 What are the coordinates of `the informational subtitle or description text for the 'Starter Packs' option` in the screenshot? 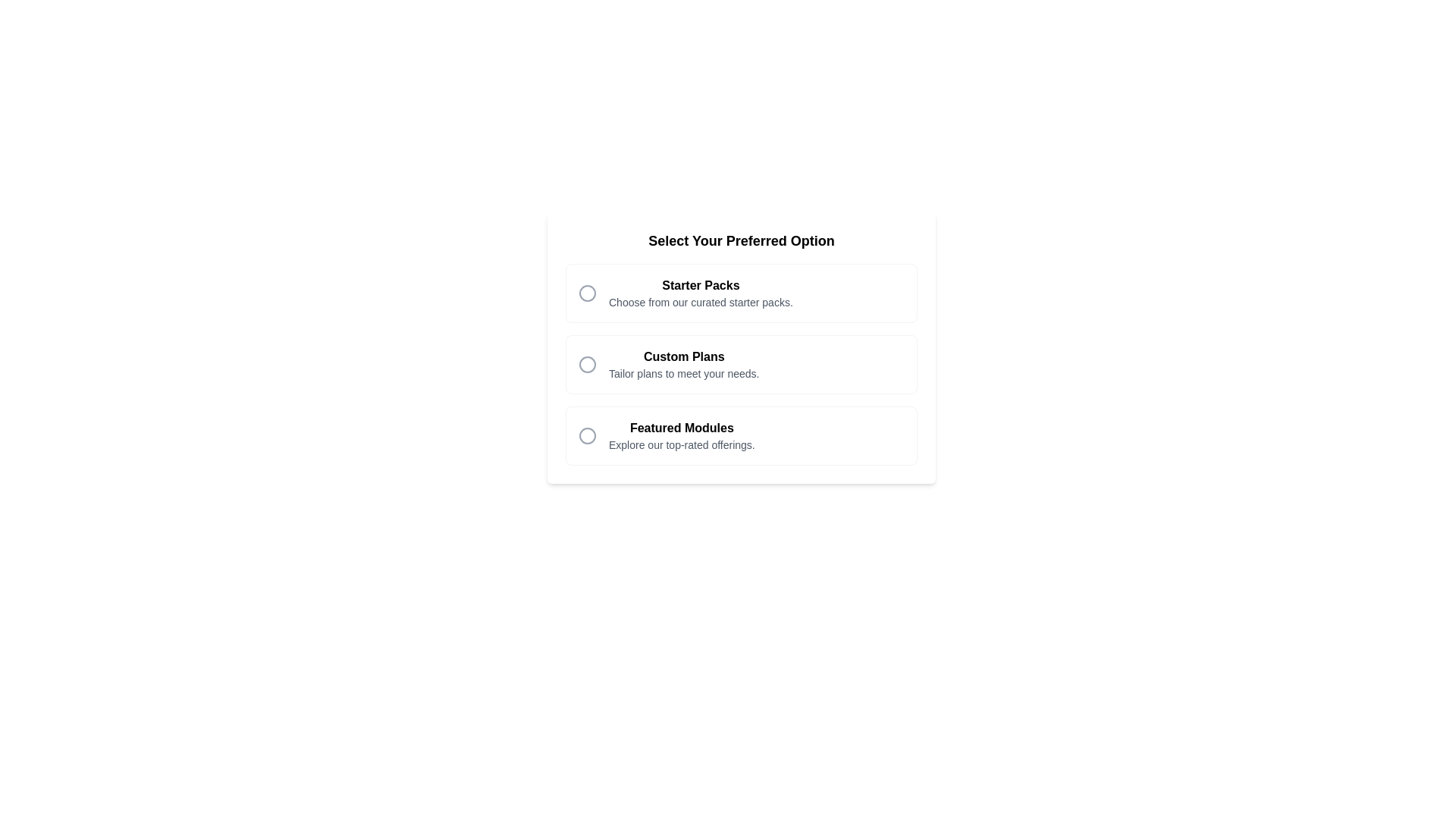 It's located at (700, 302).